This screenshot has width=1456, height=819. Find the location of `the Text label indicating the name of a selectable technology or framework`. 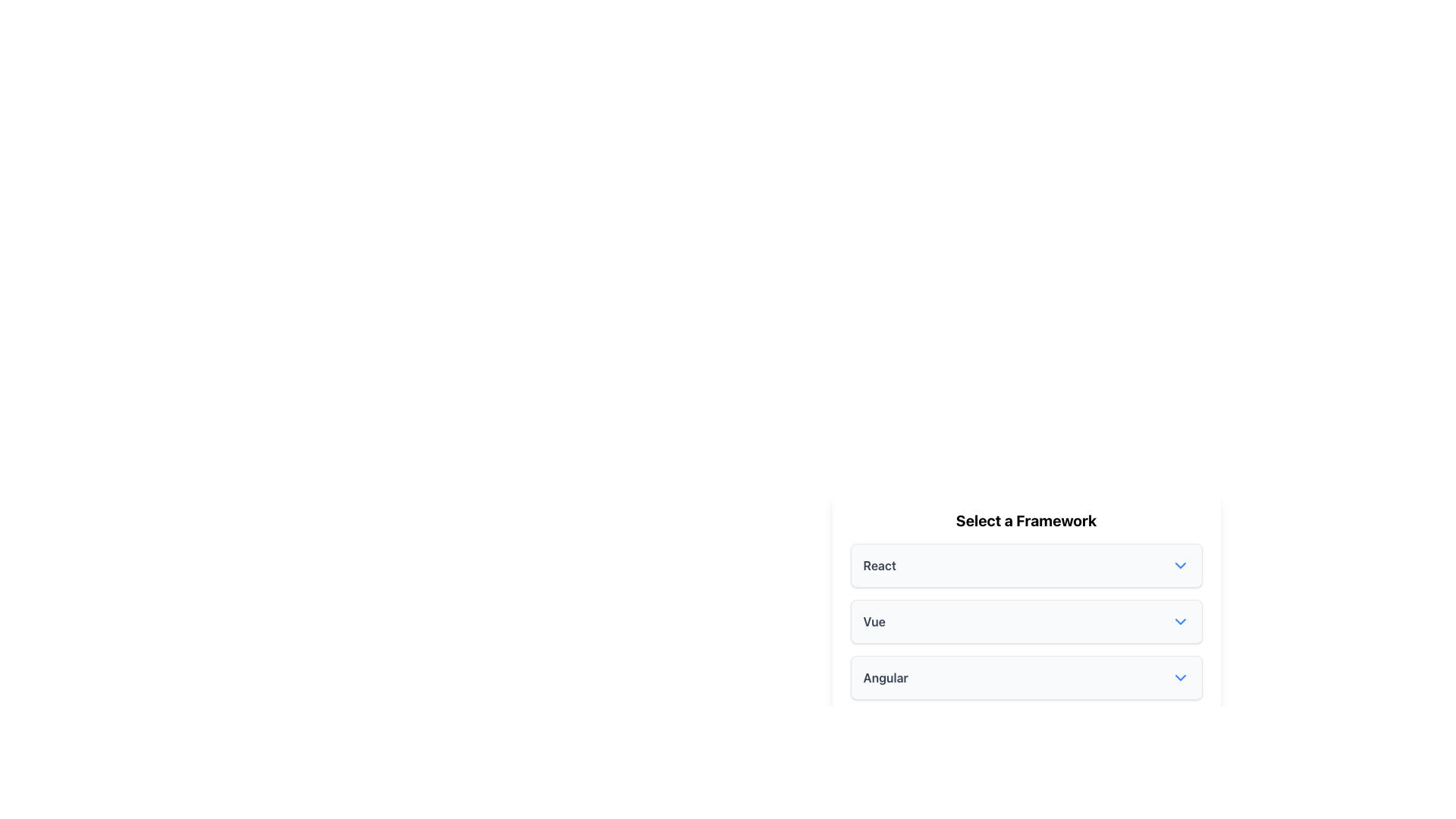

the Text label indicating the name of a selectable technology or framework is located at coordinates (880, 565).